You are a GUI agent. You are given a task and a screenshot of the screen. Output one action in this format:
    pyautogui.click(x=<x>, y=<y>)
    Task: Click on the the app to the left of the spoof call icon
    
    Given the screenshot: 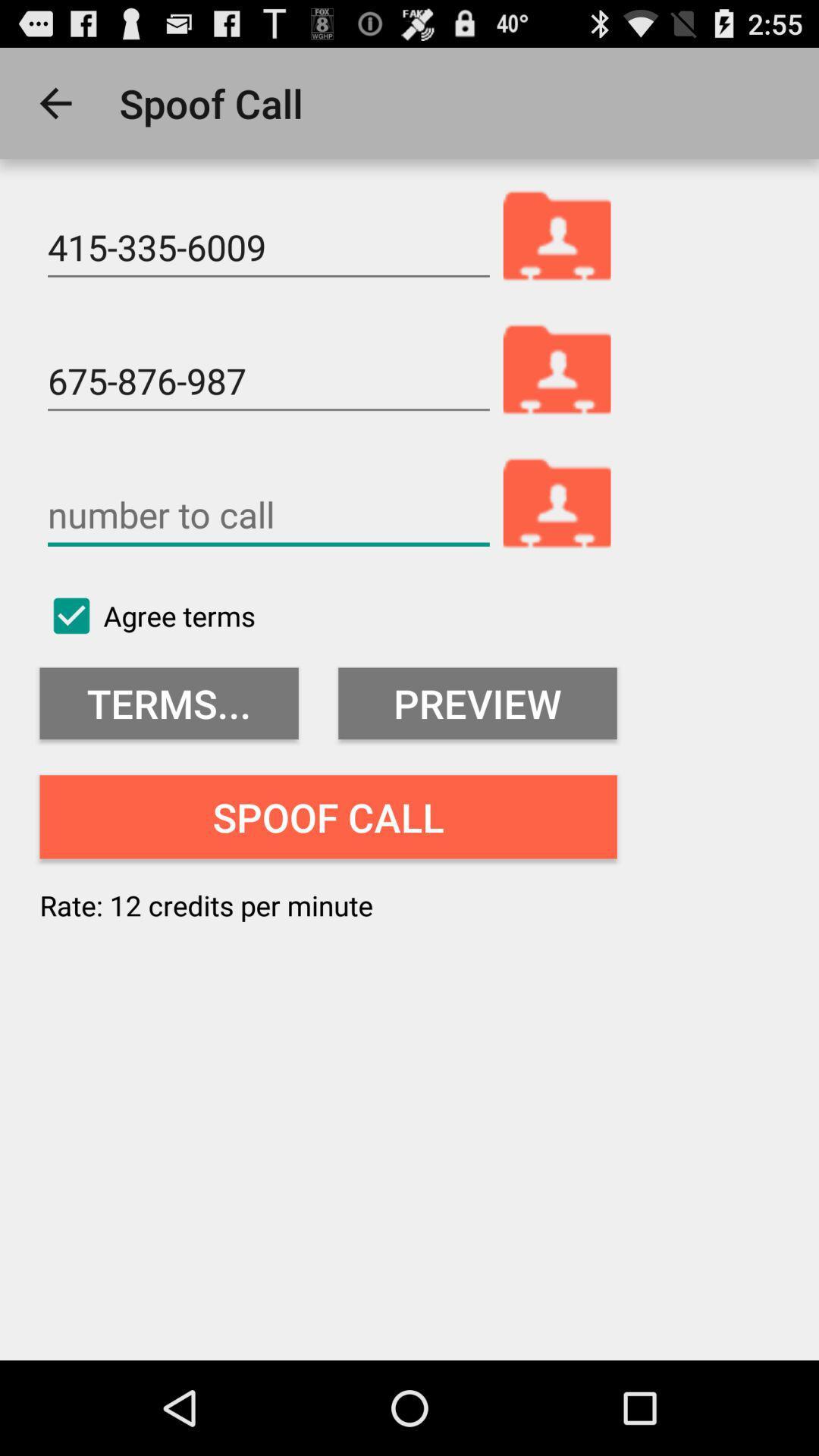 What is the action you would take?
    pyautogui.click(x=55, y=102)
    